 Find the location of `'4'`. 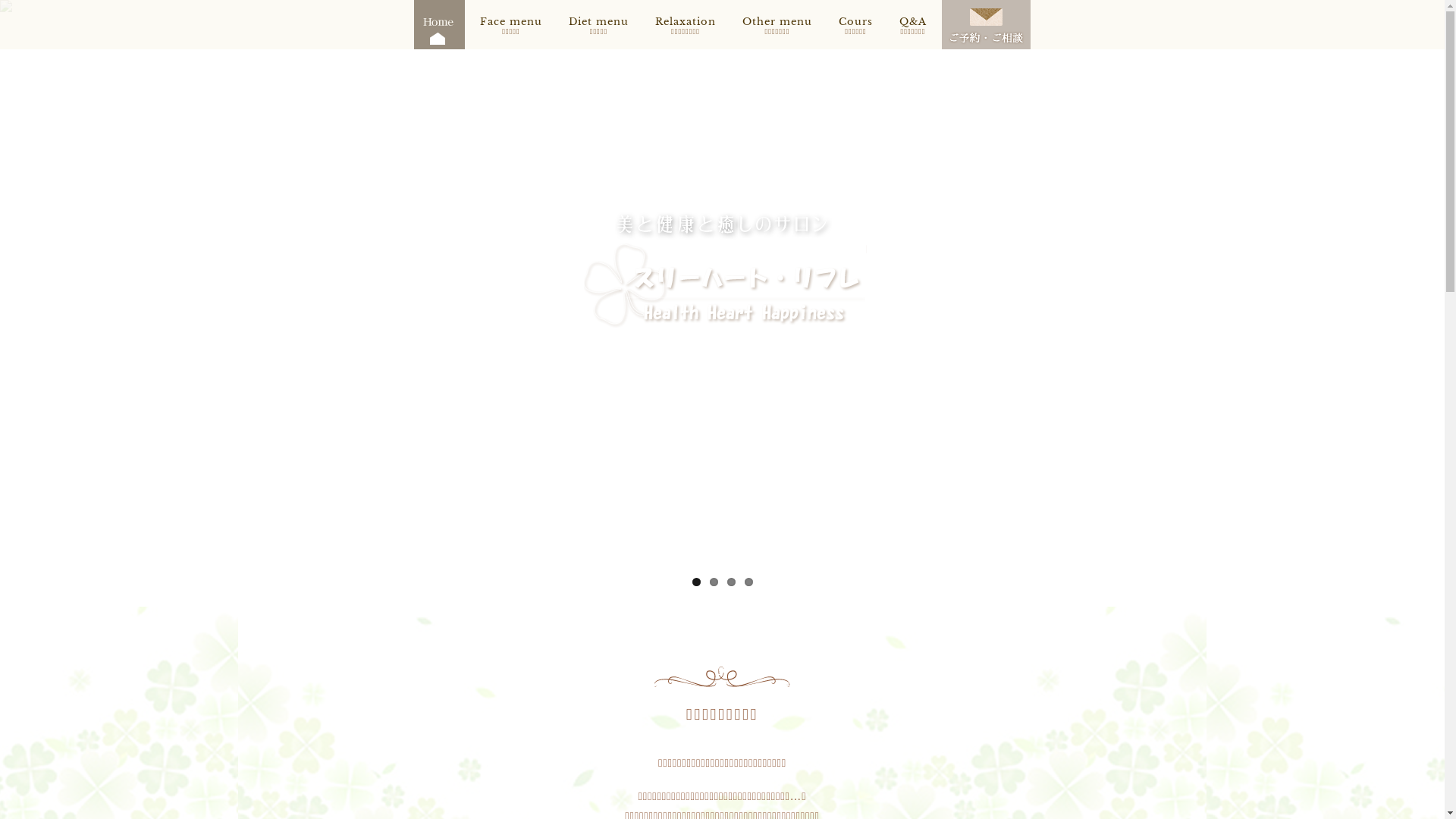

'4' is located at coordinates (748, 581).